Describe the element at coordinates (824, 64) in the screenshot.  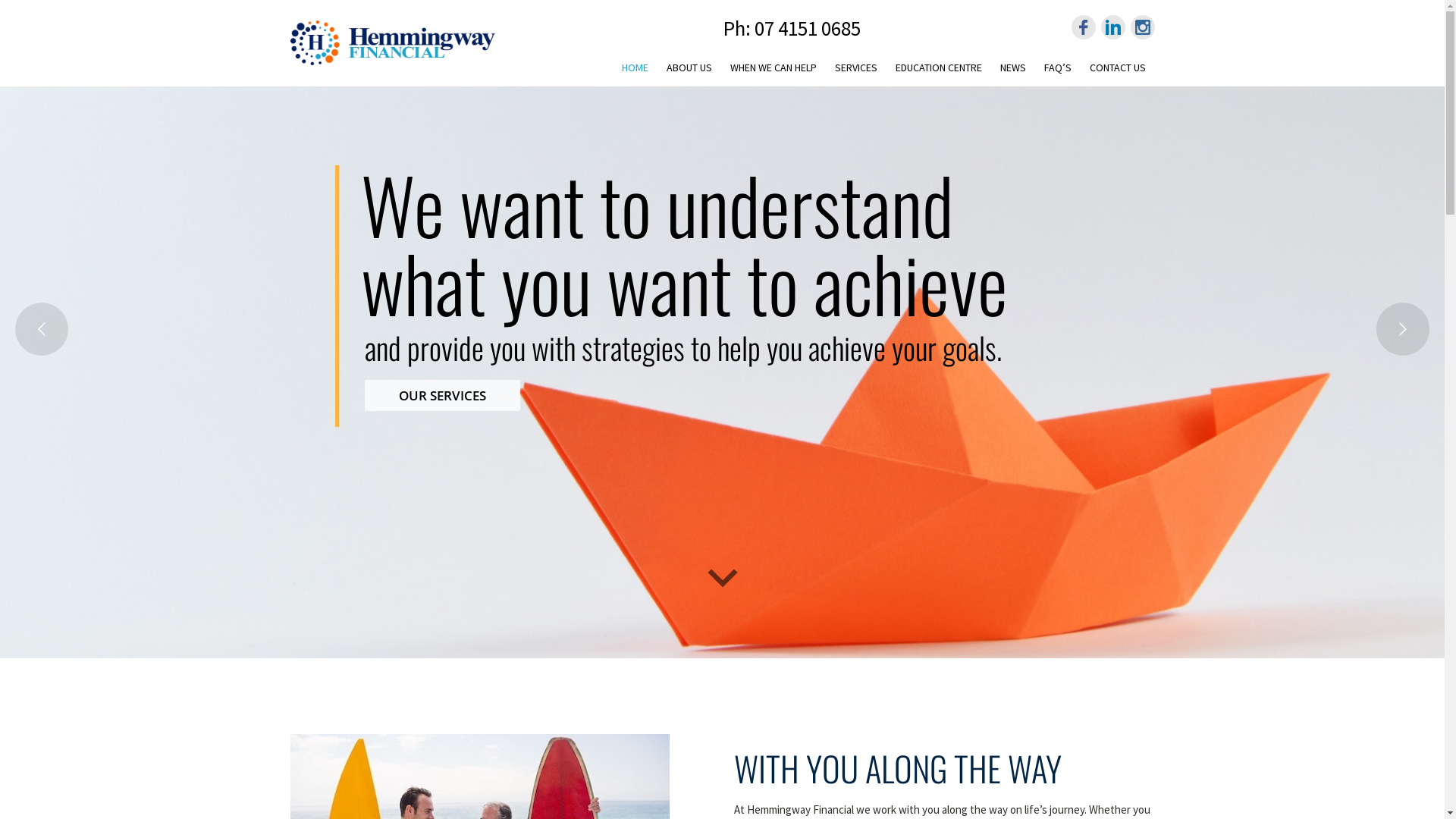
I see `'SERVICES'` at that location.